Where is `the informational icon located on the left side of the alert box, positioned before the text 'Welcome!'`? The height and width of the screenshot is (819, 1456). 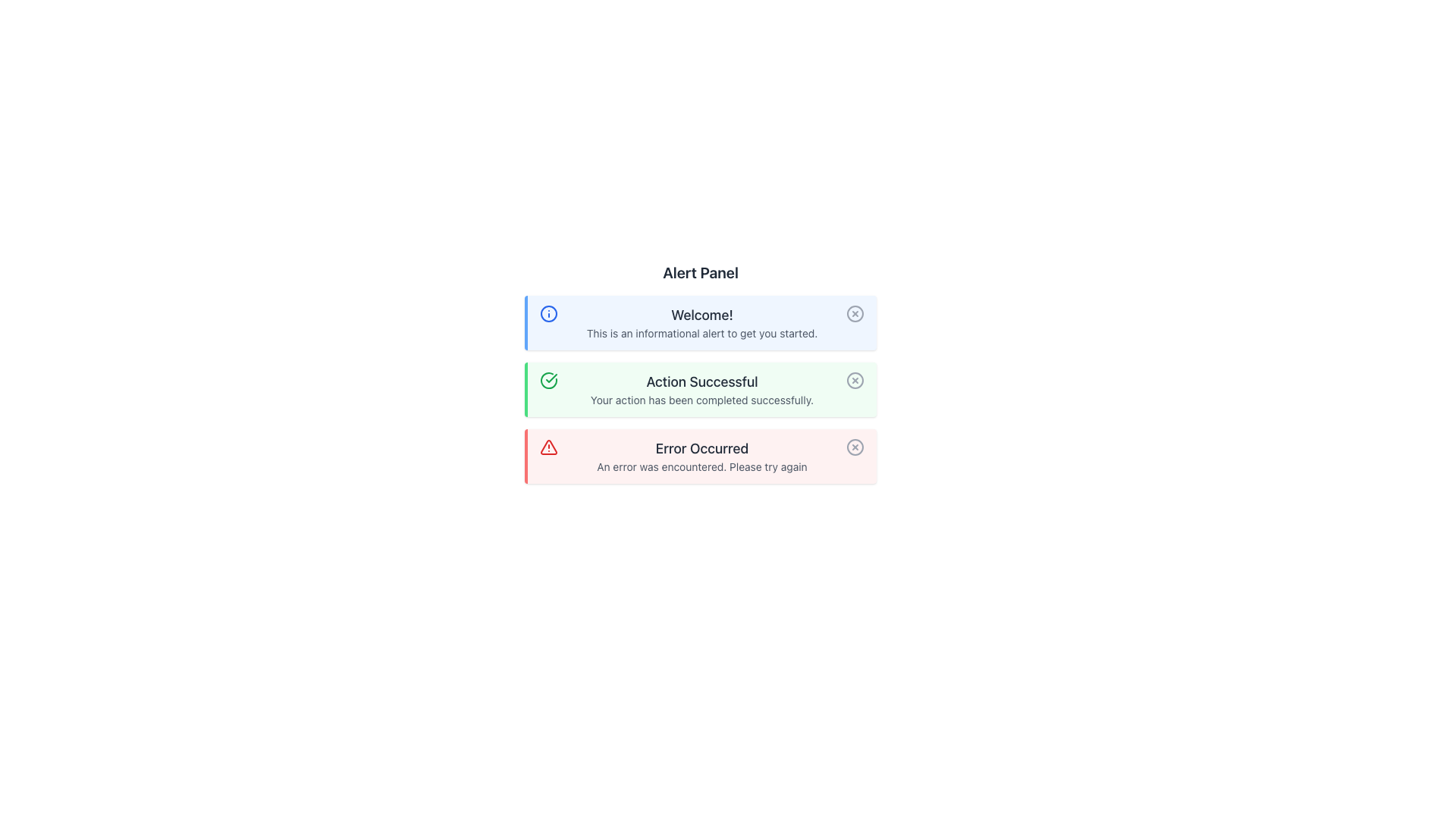
the informational icon located on the left side of the alert box, positioned before the text 'Welcome!' is located at coordinates (548, 312).